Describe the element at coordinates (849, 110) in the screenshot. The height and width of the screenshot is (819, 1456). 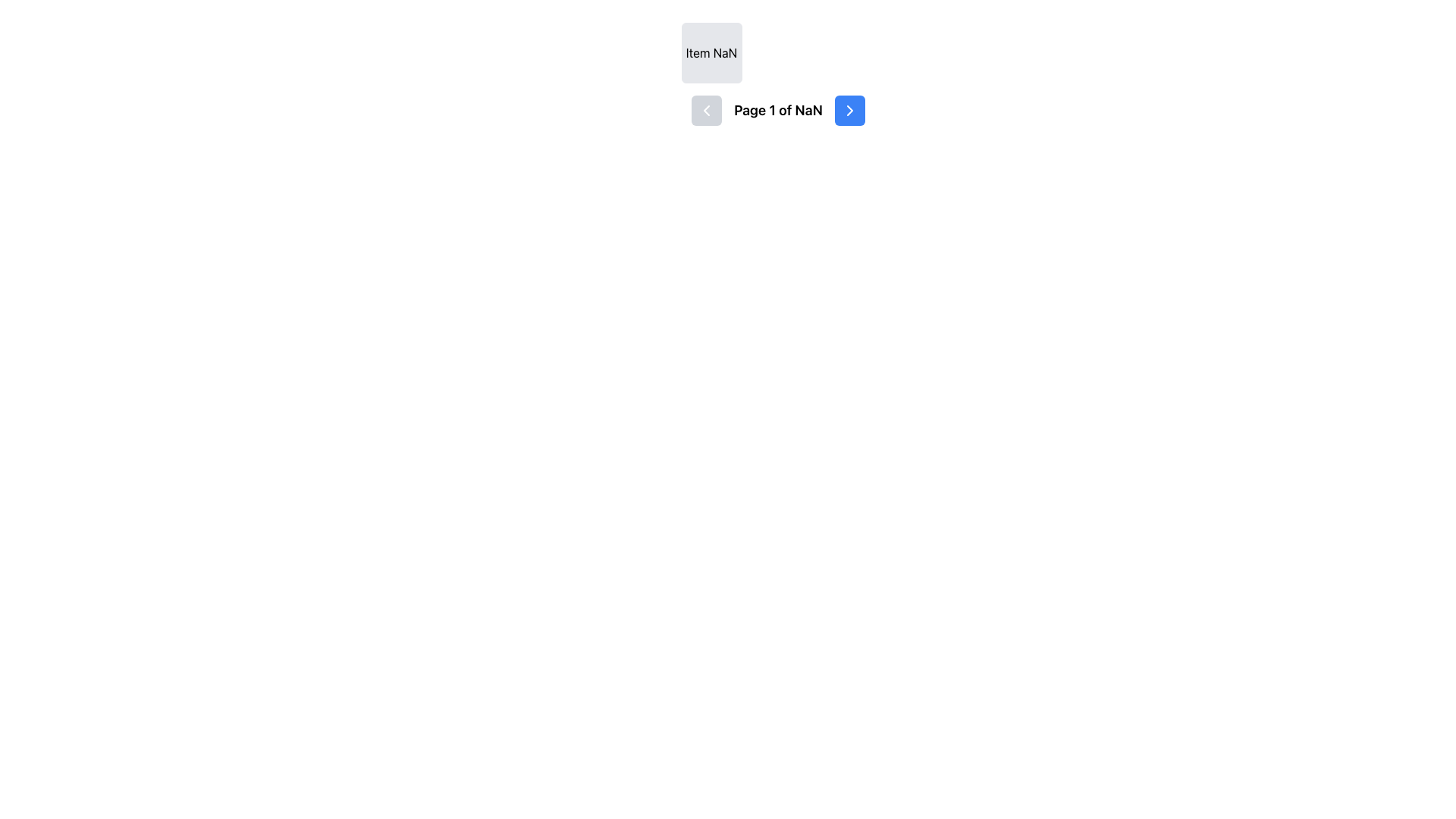
I see `the forward navigation button, which is styled as a chevron icon within a rounded blue button, located on the right-hand side of the navigation section next to the page indicator text` at that location.